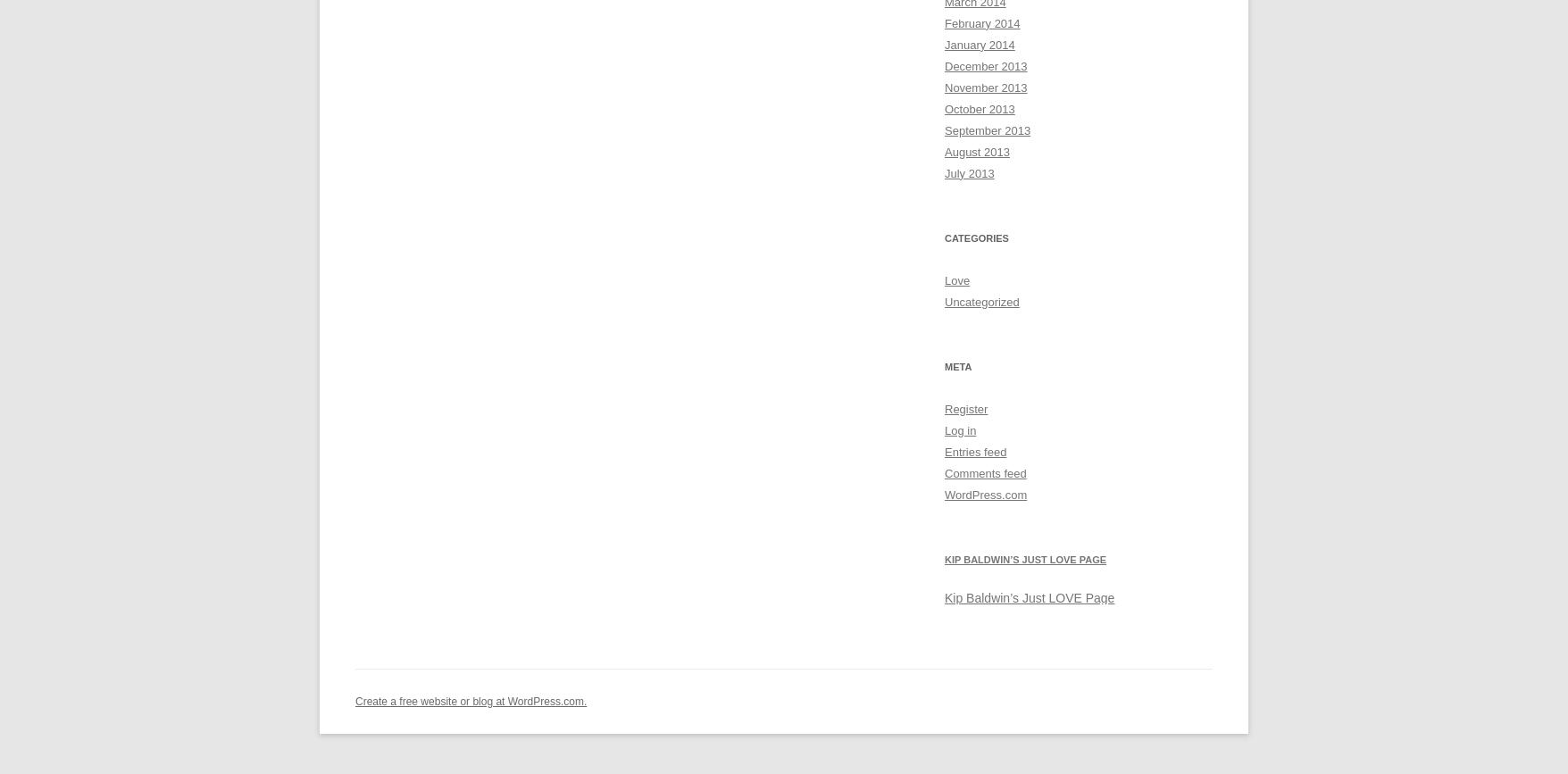  I want to click on 'November 2013', so click(943, 87).